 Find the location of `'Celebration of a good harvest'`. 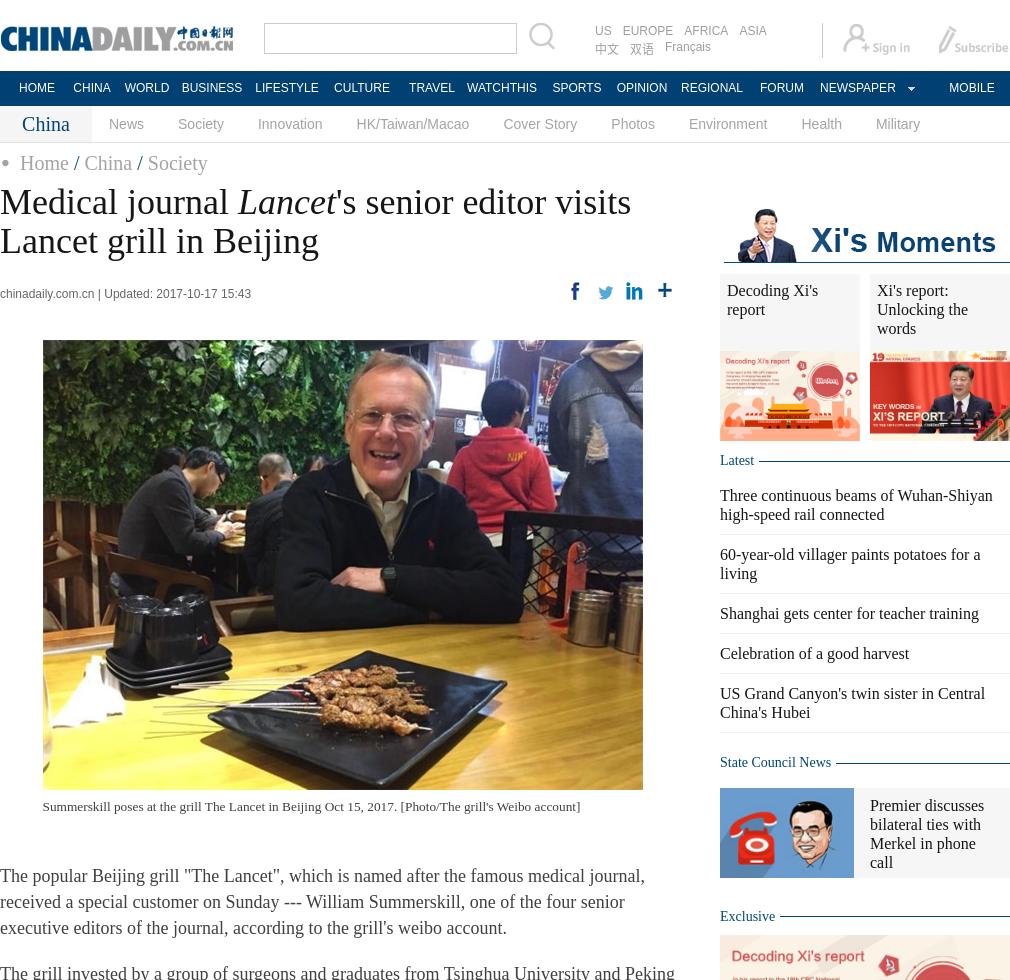

'Celebration of a good harvest' is located at coordinates (814, 653).